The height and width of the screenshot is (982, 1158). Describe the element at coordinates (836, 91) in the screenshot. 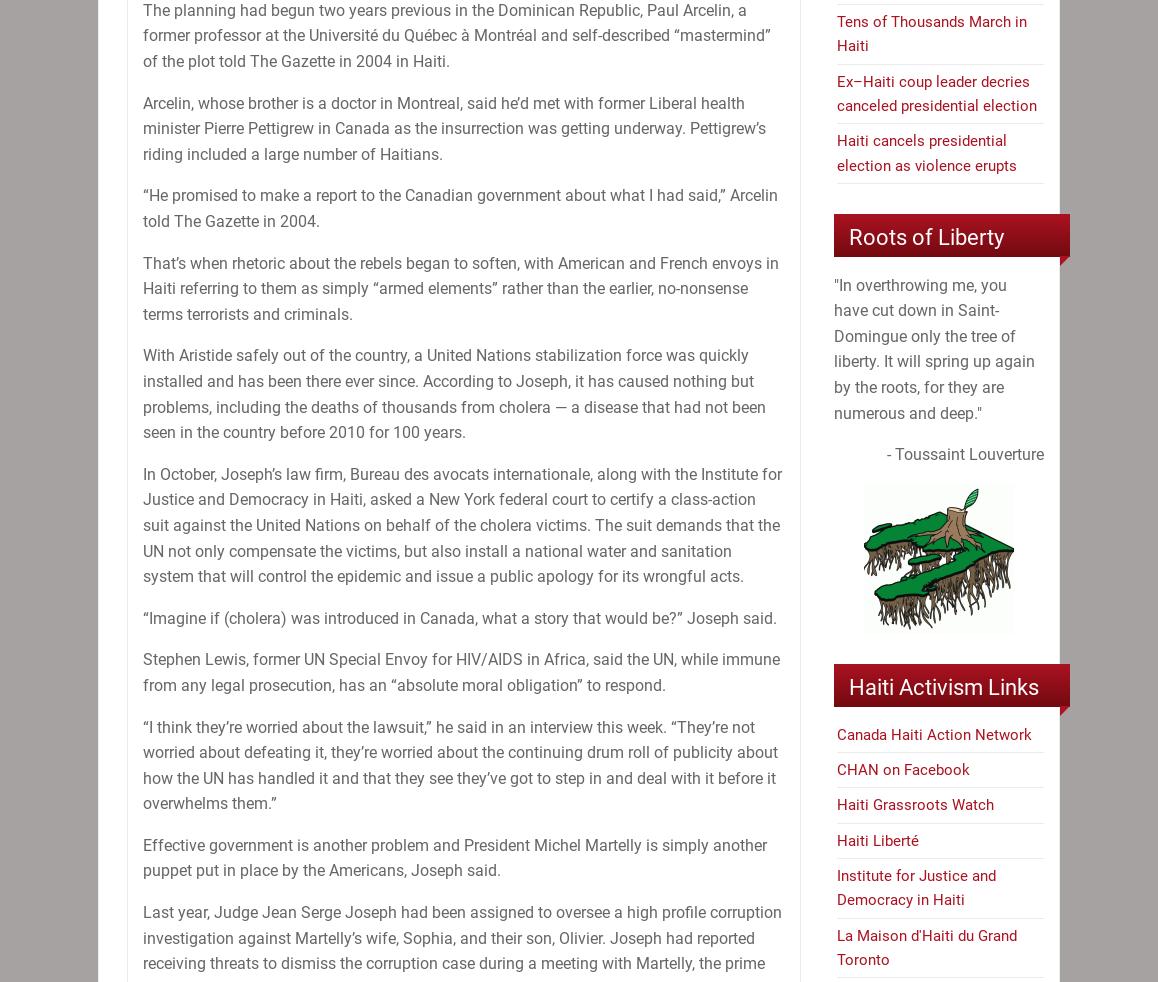

I see `'Ex–Haiti coup leader decries canceled presidential election'` at that location.